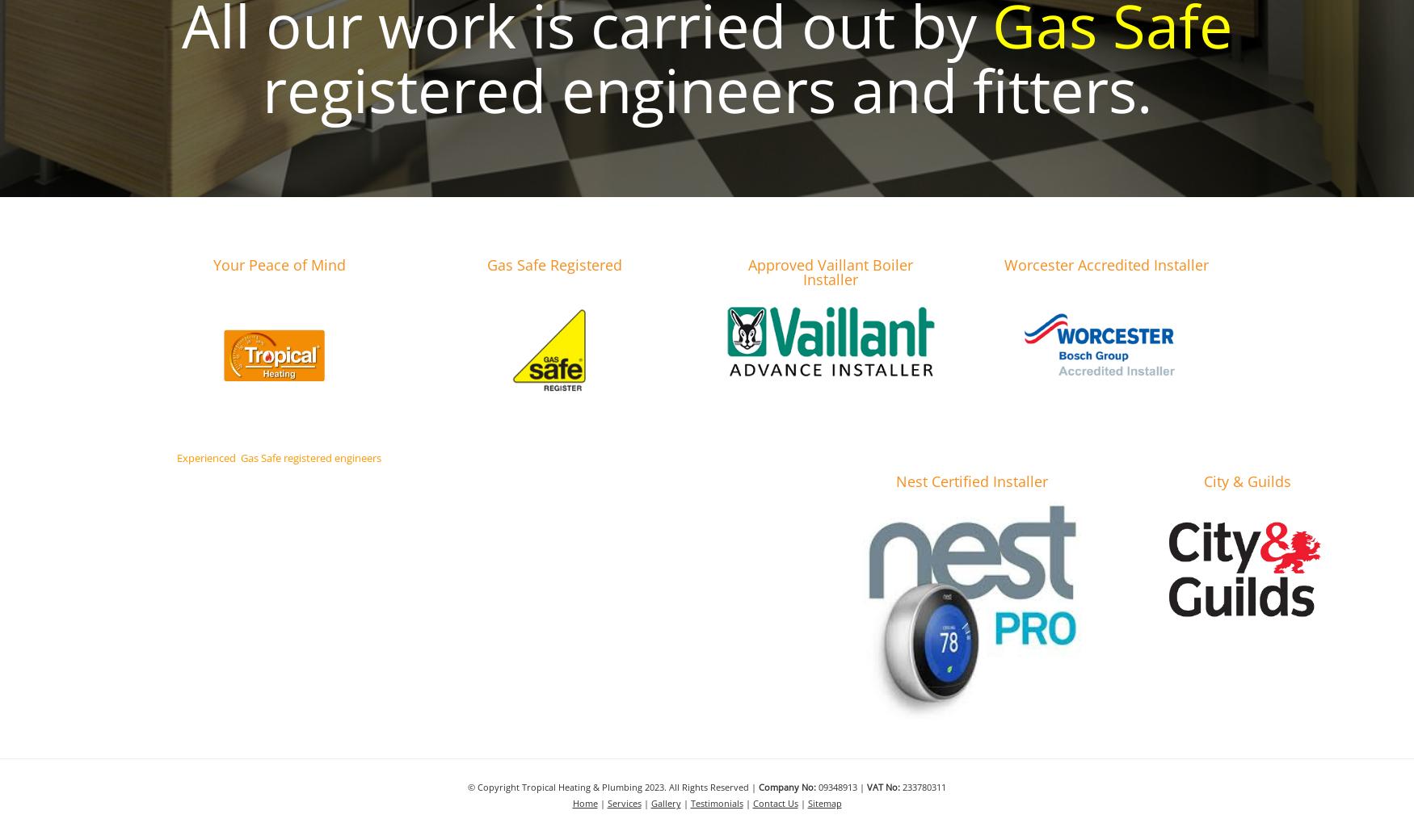 The image size is (1414, 840). Describe the element at coordinates (612, 787) in the screenshot. I see `'© Copyright Tropical Heating & Plumbing 2023. All Rights Reserved   |'` at that location.